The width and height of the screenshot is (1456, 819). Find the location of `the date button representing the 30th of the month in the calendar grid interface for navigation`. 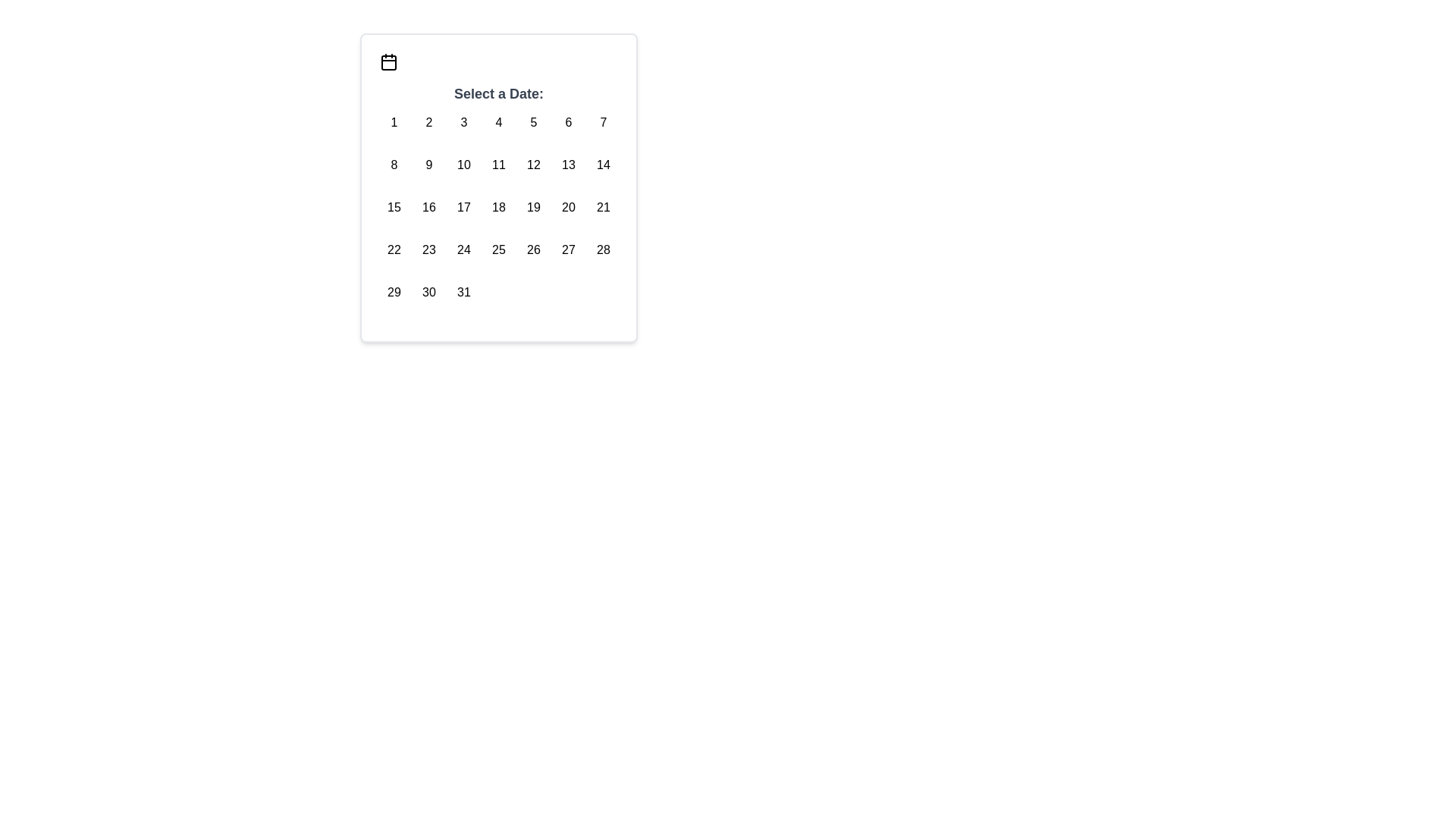

the date button representing the 30th of the month in the calendar grid interface for navigation is located at coordinates (428, 292).